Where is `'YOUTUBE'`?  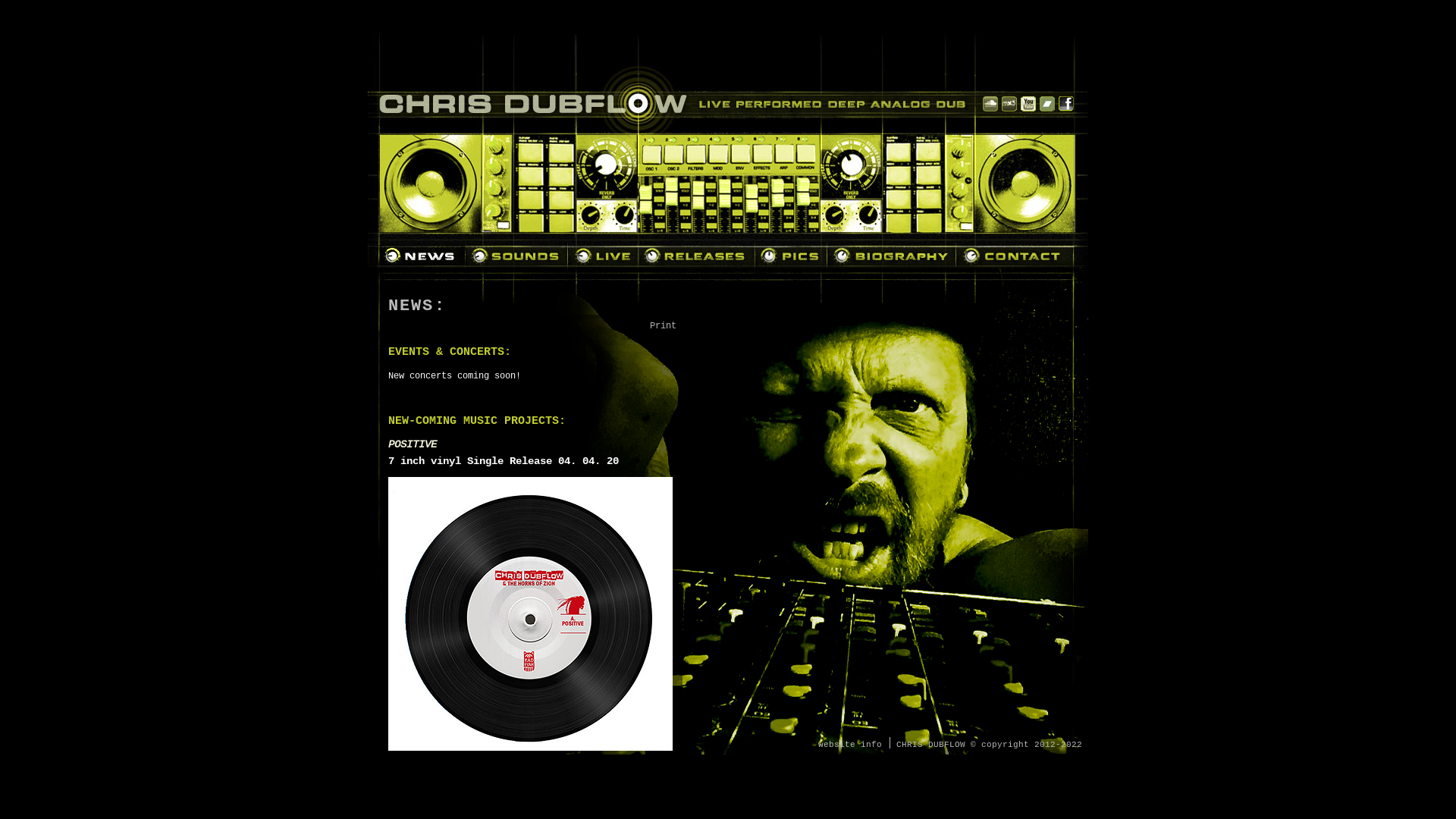
'YOUTUBE' is located at coordinates (1028, 103).